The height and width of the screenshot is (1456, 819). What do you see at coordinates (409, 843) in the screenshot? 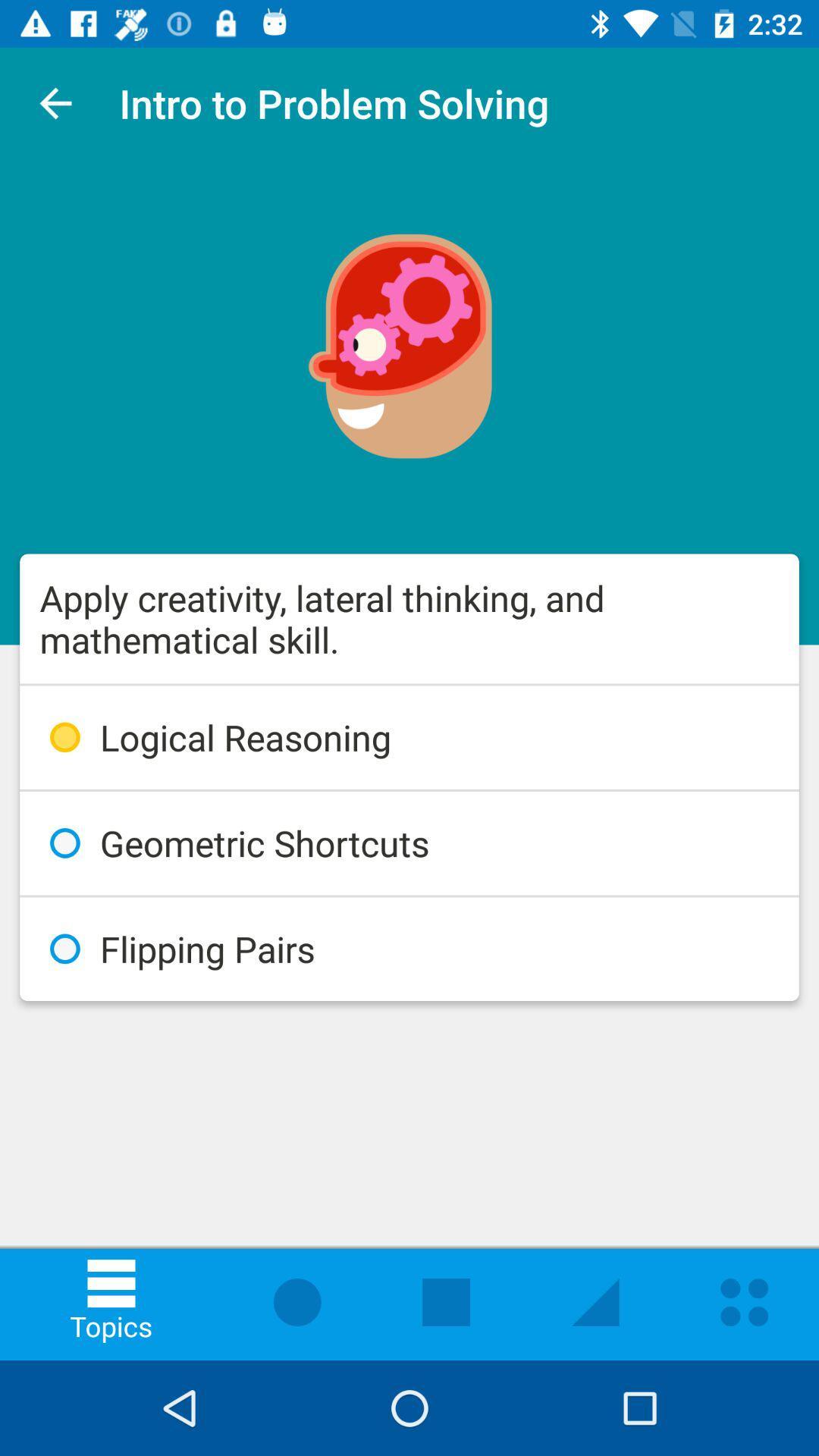
I see `geometric shortcuts icon` at bounding box center [409, 843].